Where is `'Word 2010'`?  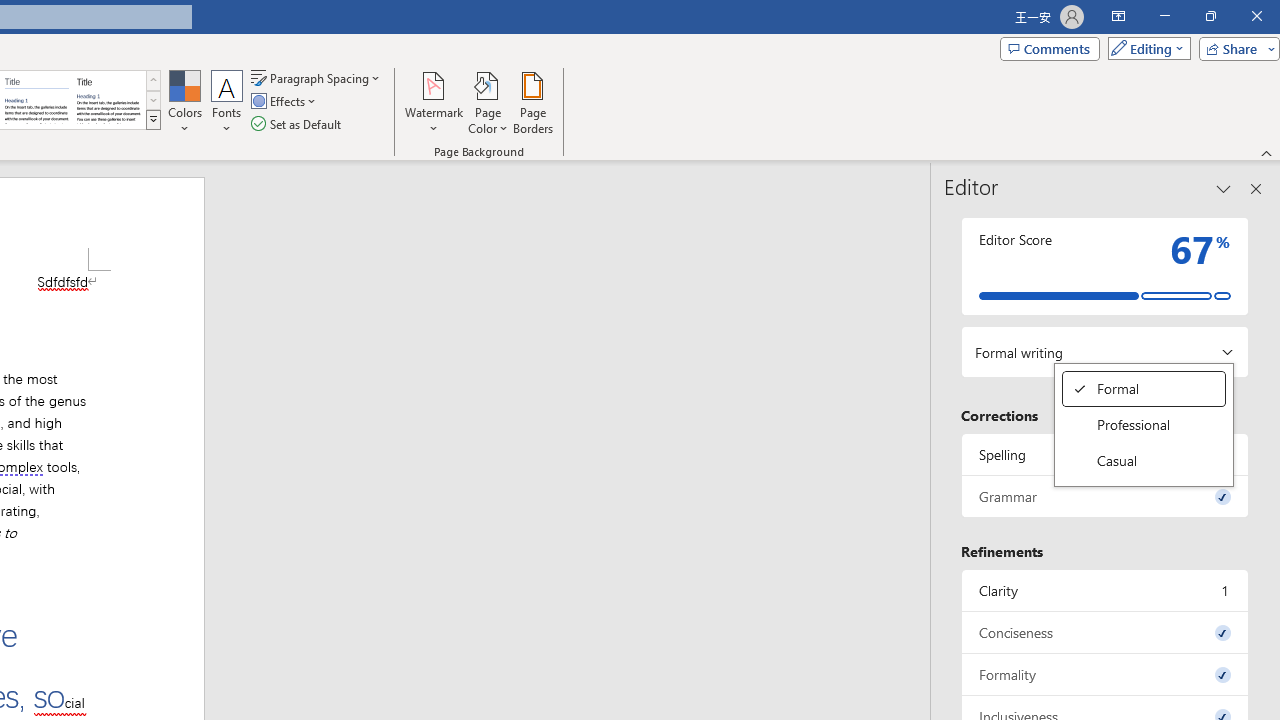 'Word 2010' is located at coordinates (37, 100).